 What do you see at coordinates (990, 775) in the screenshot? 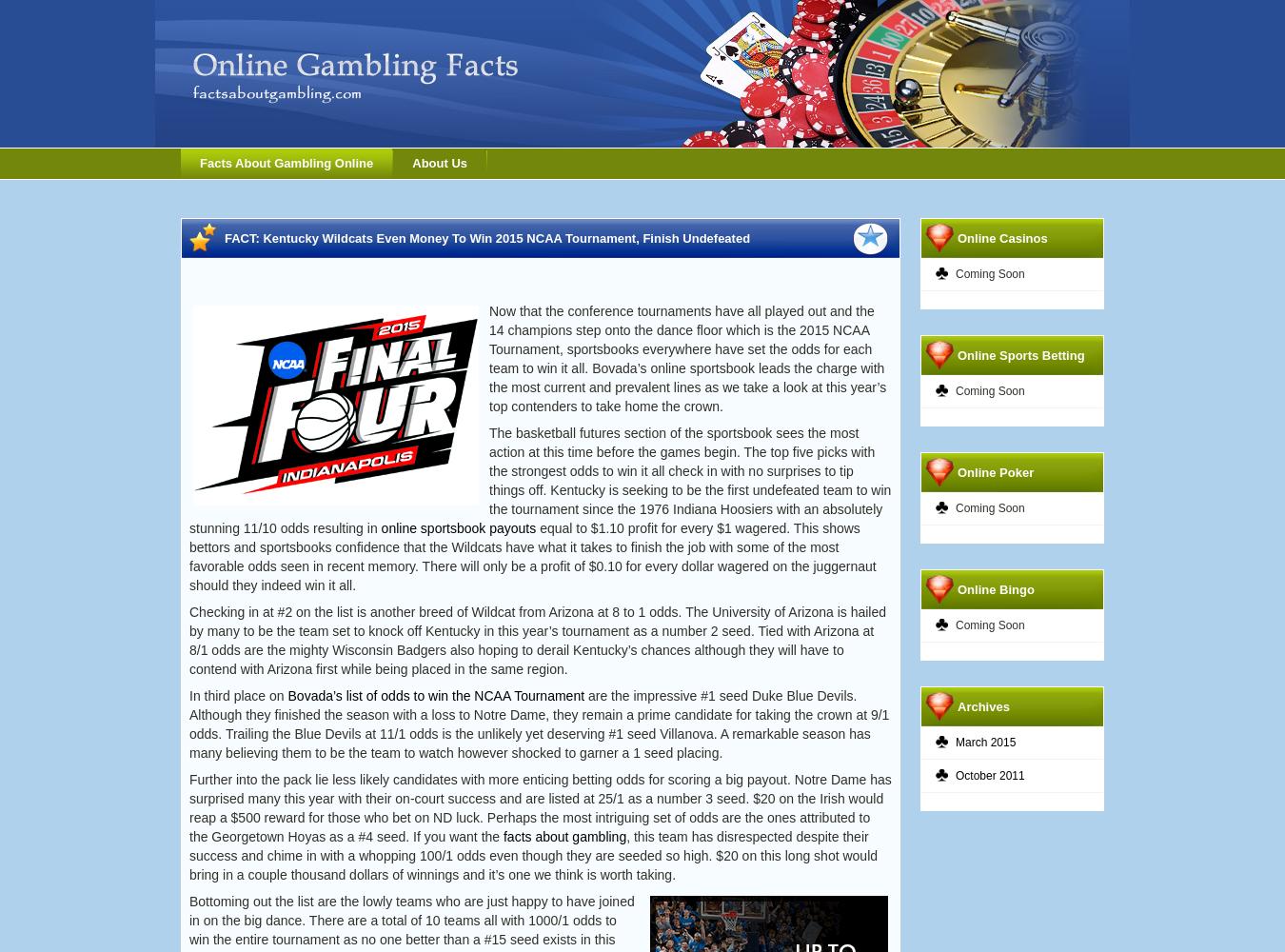
I see `'October 2011'` at bounding box center [990, 775].